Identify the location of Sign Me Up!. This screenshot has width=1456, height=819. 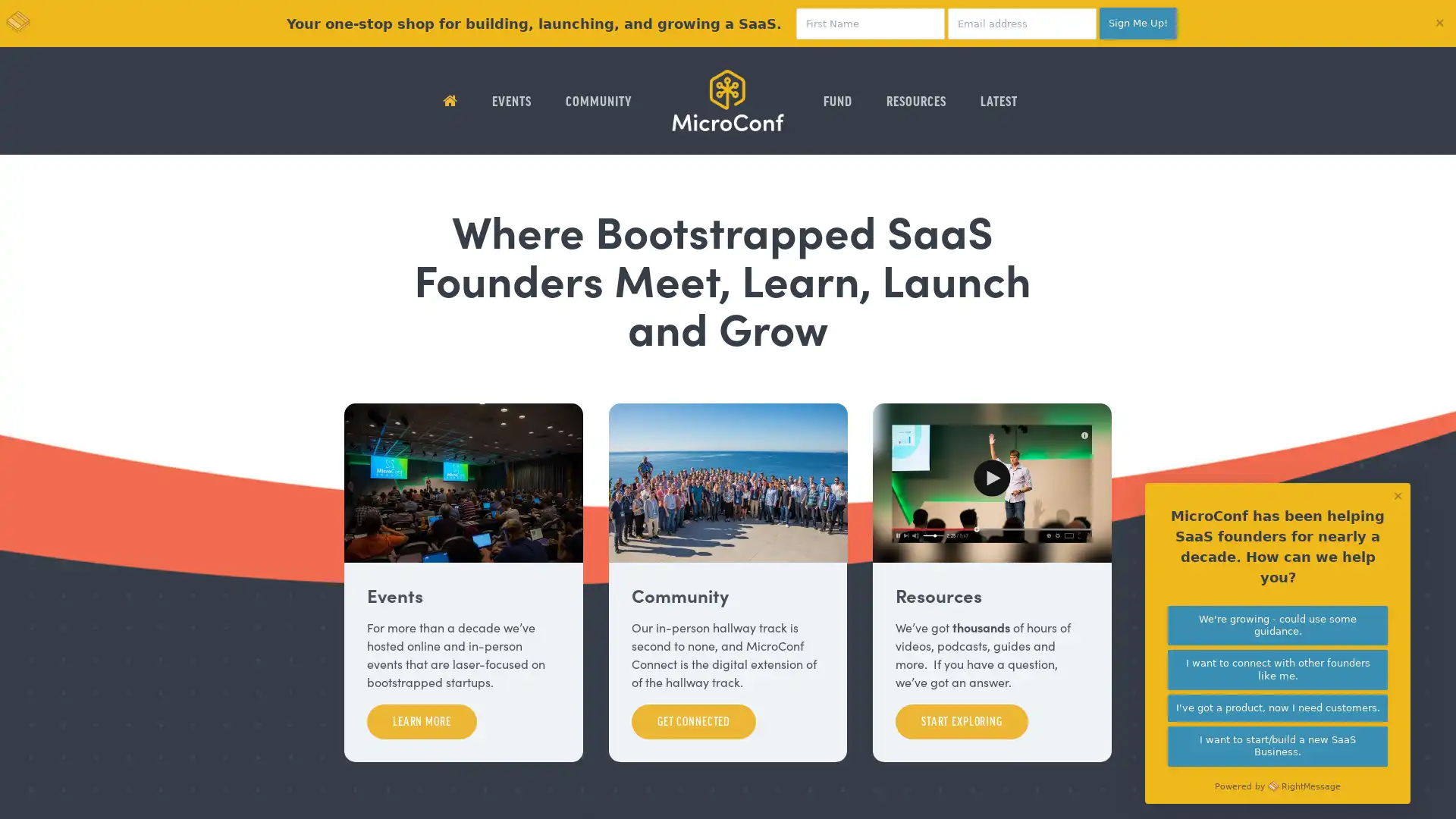
(1138, 23).